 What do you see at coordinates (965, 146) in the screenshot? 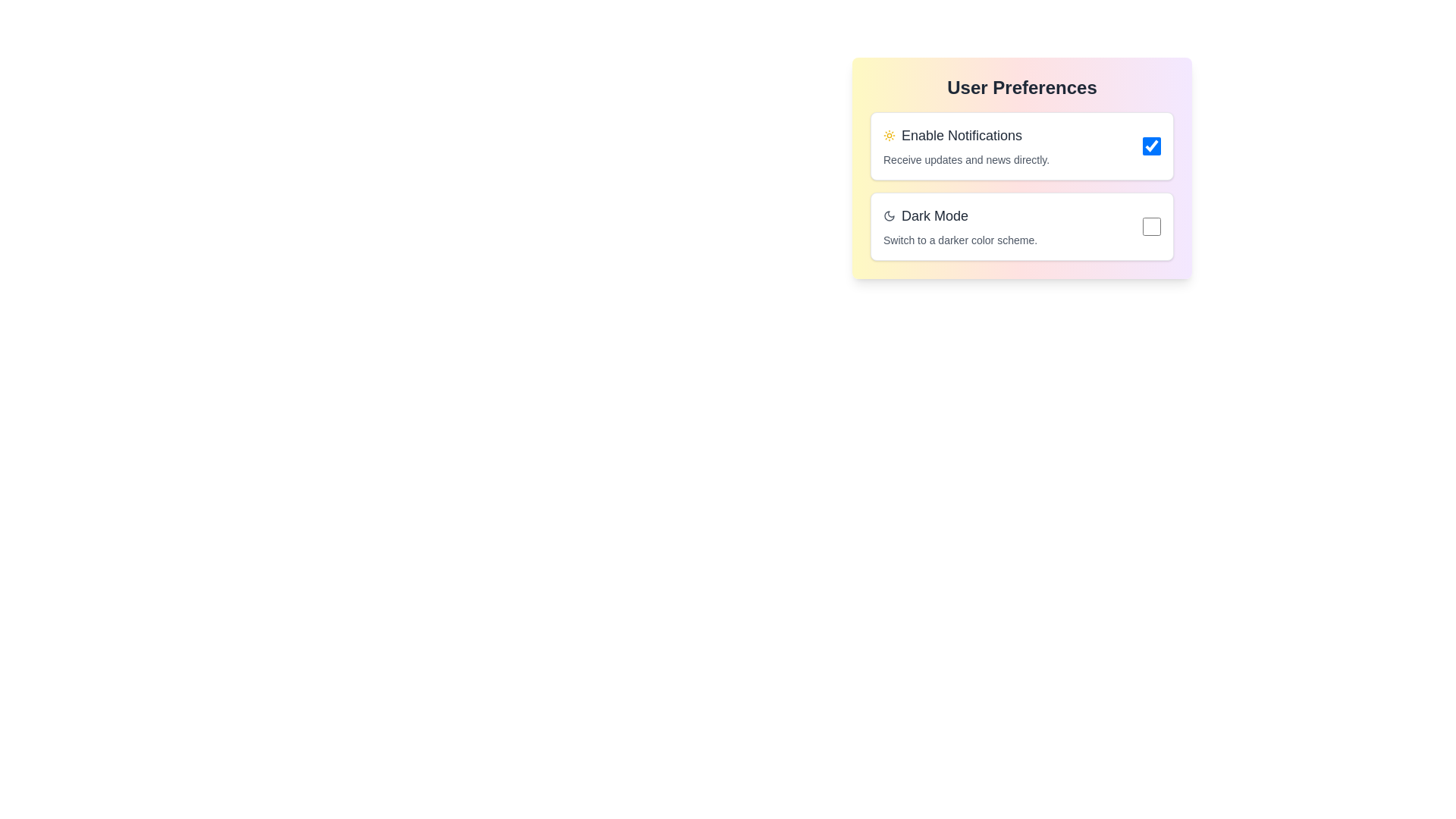
I see `the 'Enable Notifications' text block that describes its purpose for providing updates and news directly, located in the upper section of the user preferences panel next to the checkbox` at bounding box center [965, 146].